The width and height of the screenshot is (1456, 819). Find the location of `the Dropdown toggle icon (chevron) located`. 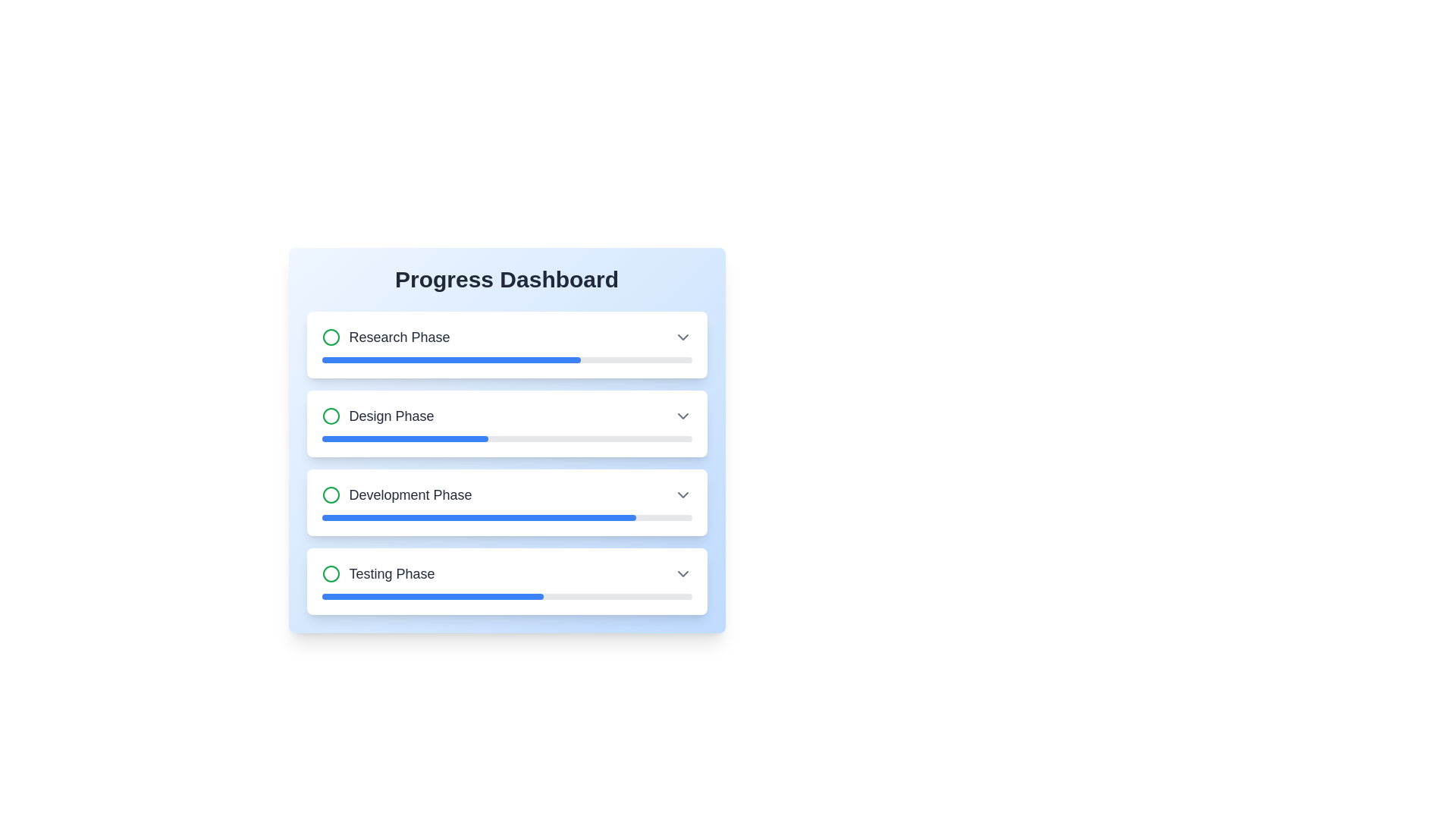

the Dropdown toggle icon (chevron) located is located at coordinates (682, 573).